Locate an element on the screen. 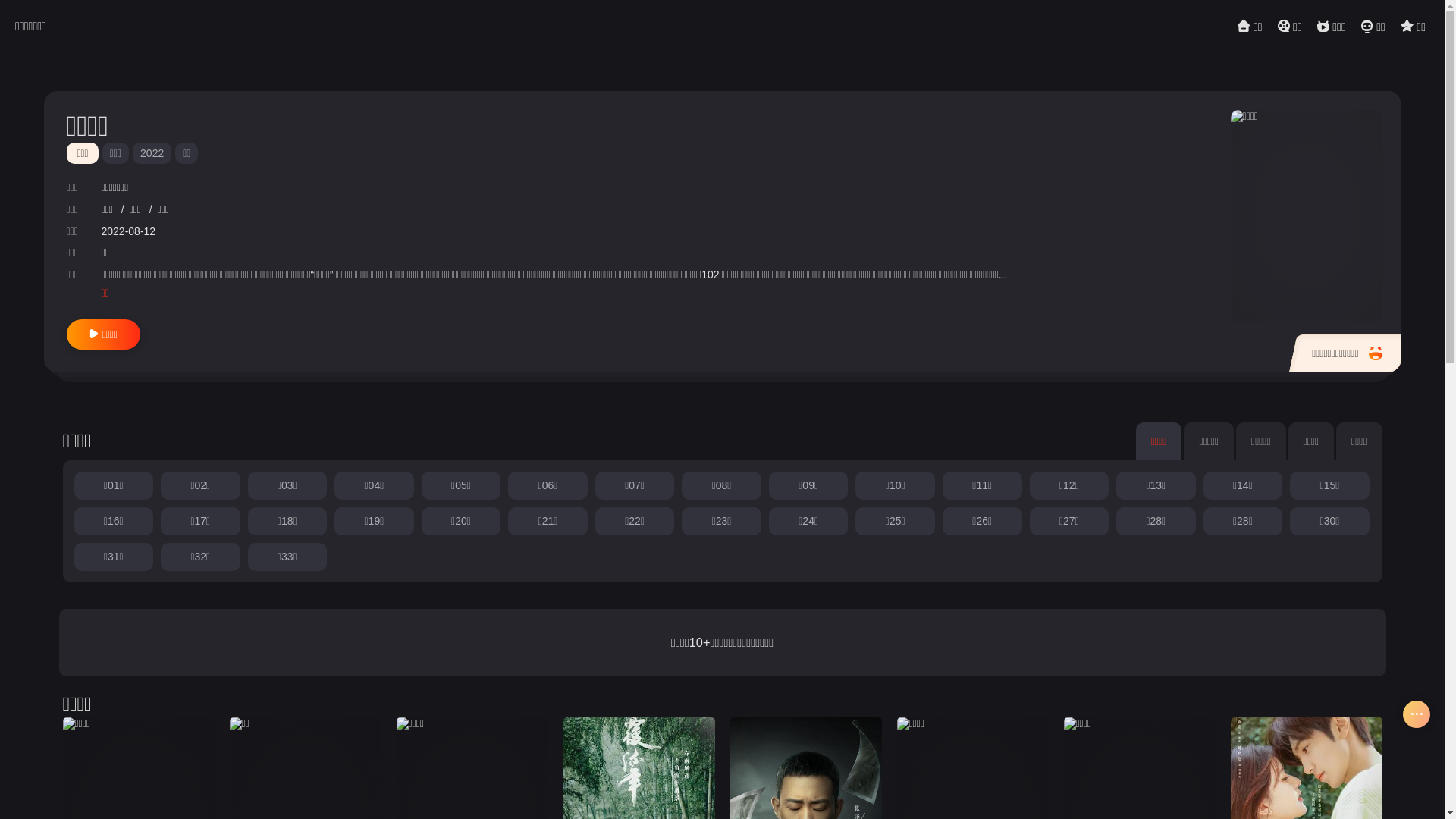 The width and height of the screenshot is (1456, 819). '2022' is located at coordinates (132, 152).